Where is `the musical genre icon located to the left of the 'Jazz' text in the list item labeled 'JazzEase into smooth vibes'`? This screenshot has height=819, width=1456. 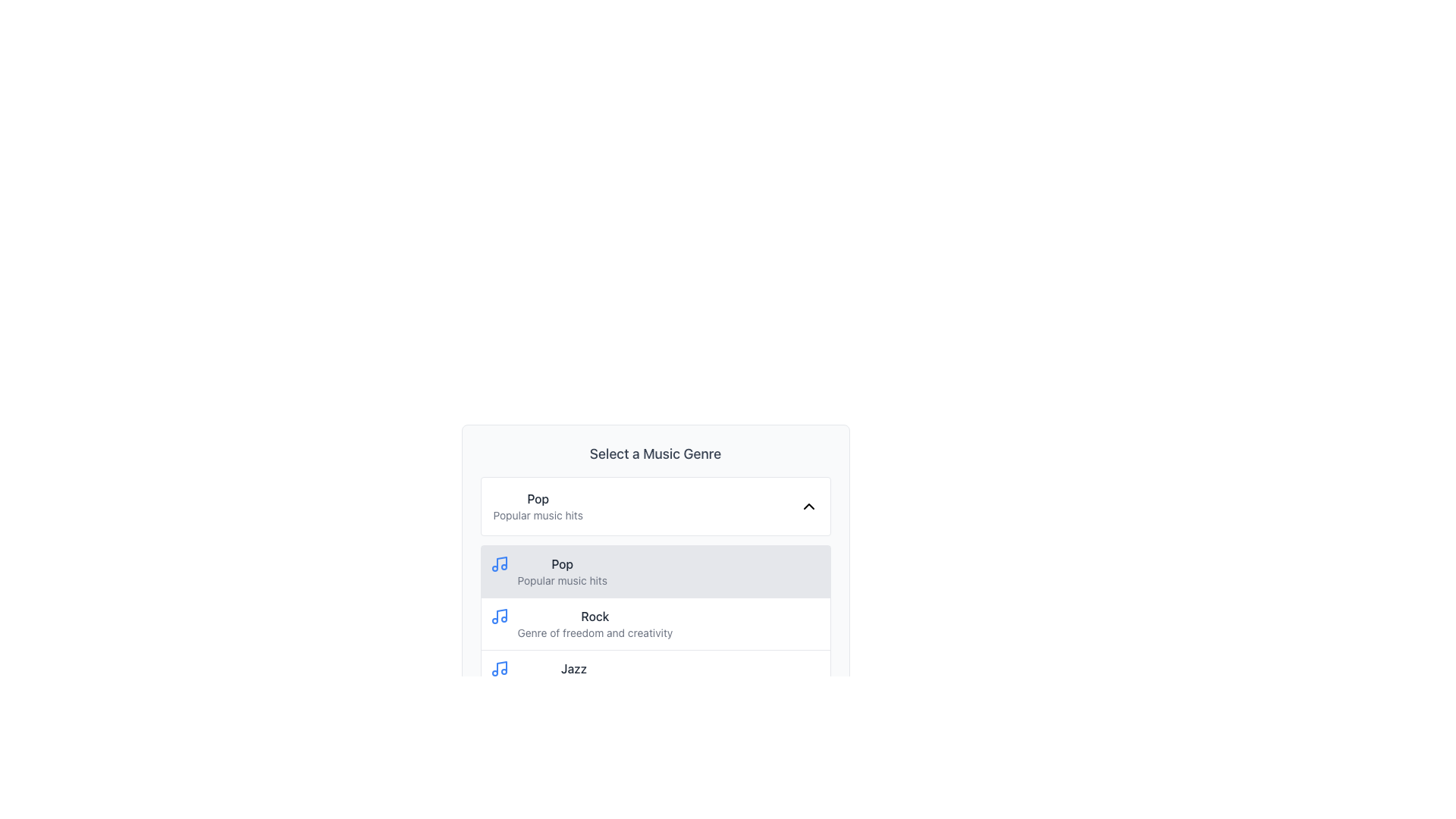 the musical genre icon located to the left of the 'Jazz' text in the list item labeled 'JazzEase into smooth vibes' is located at coordinates (499, 668).